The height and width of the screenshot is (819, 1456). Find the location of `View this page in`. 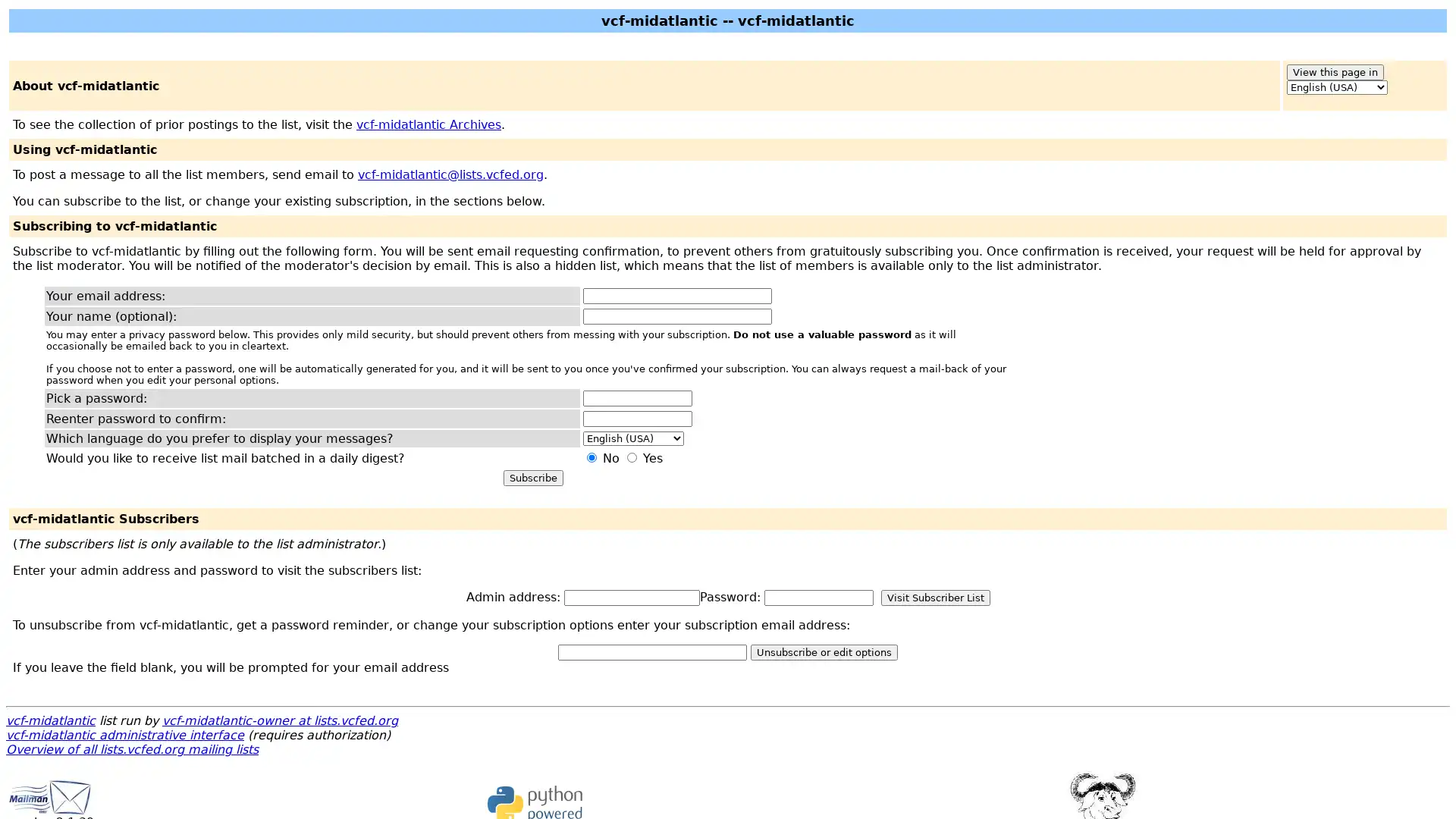

View this page in is located at coordinates (1335, 72).